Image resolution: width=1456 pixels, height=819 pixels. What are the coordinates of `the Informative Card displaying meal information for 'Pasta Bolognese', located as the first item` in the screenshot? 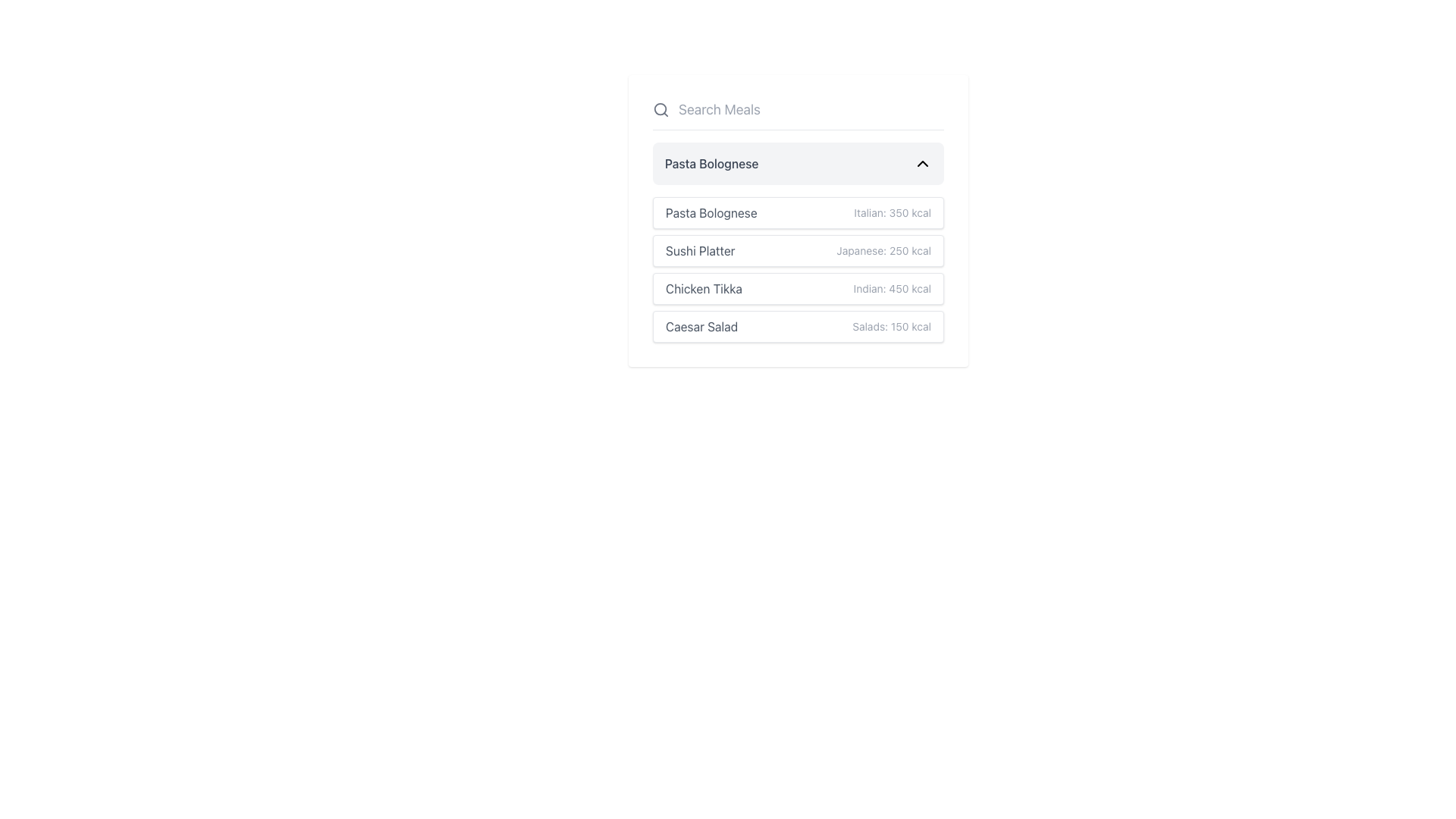 It's located at (797, 221).